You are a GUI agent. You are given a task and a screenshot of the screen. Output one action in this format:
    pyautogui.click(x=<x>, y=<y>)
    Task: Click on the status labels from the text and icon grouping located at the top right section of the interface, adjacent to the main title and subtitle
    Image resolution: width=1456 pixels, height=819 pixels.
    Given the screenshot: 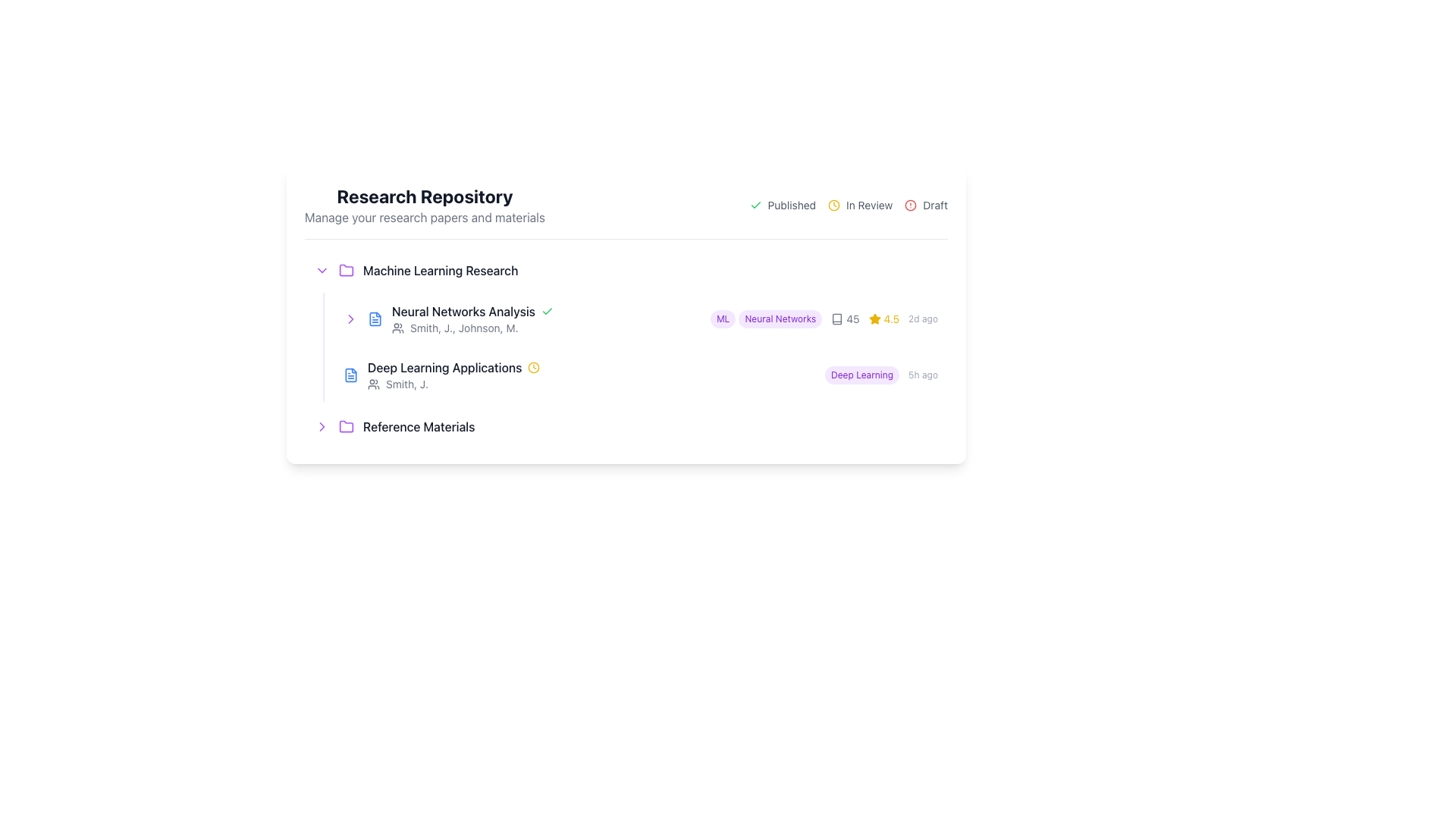 What is the action you would take?
    pyautogui.click(x=848, y=205)
    